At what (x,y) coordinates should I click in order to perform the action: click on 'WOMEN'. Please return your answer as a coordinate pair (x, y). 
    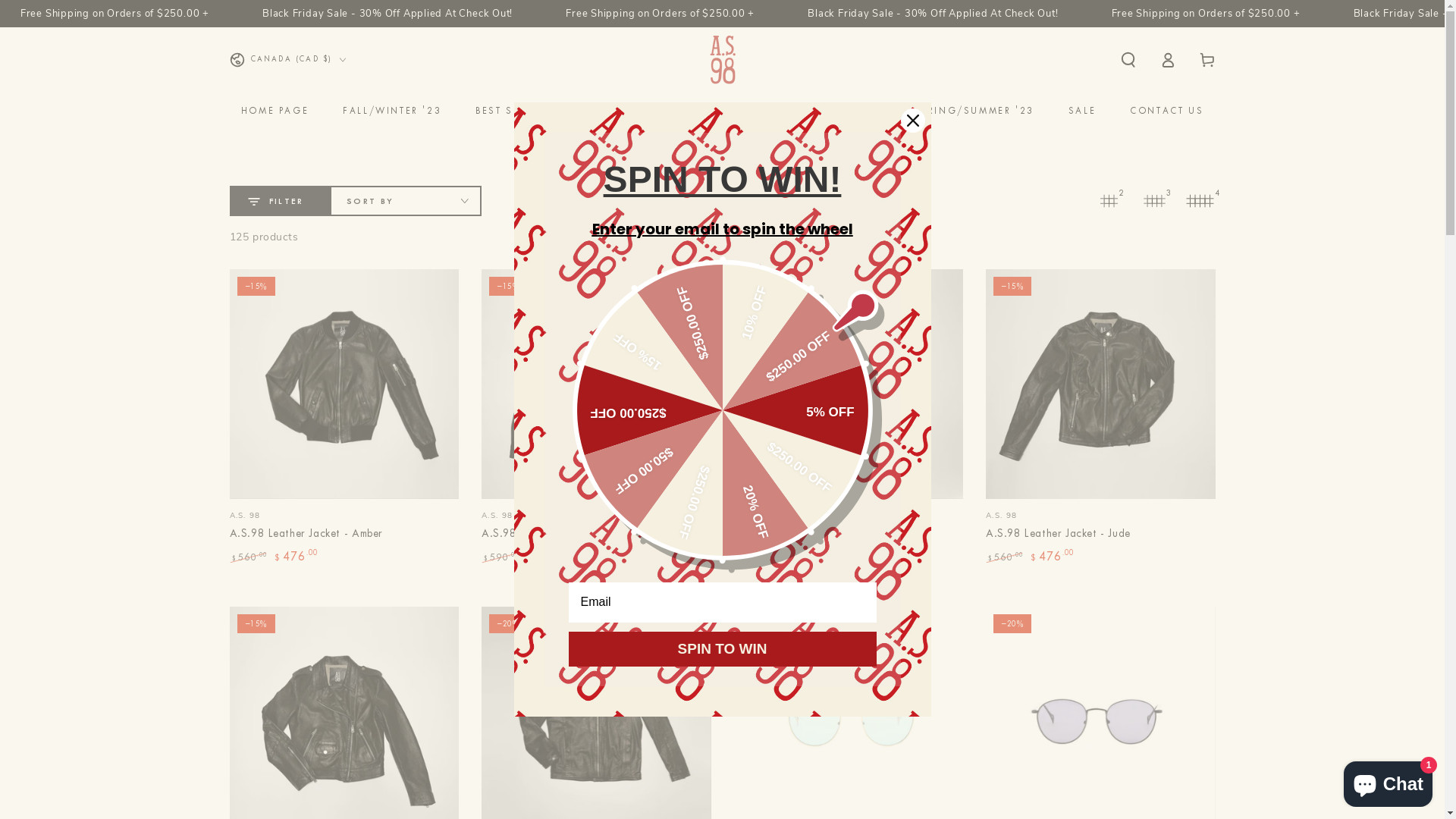
    Looking at the image, I should click on (607, 109).